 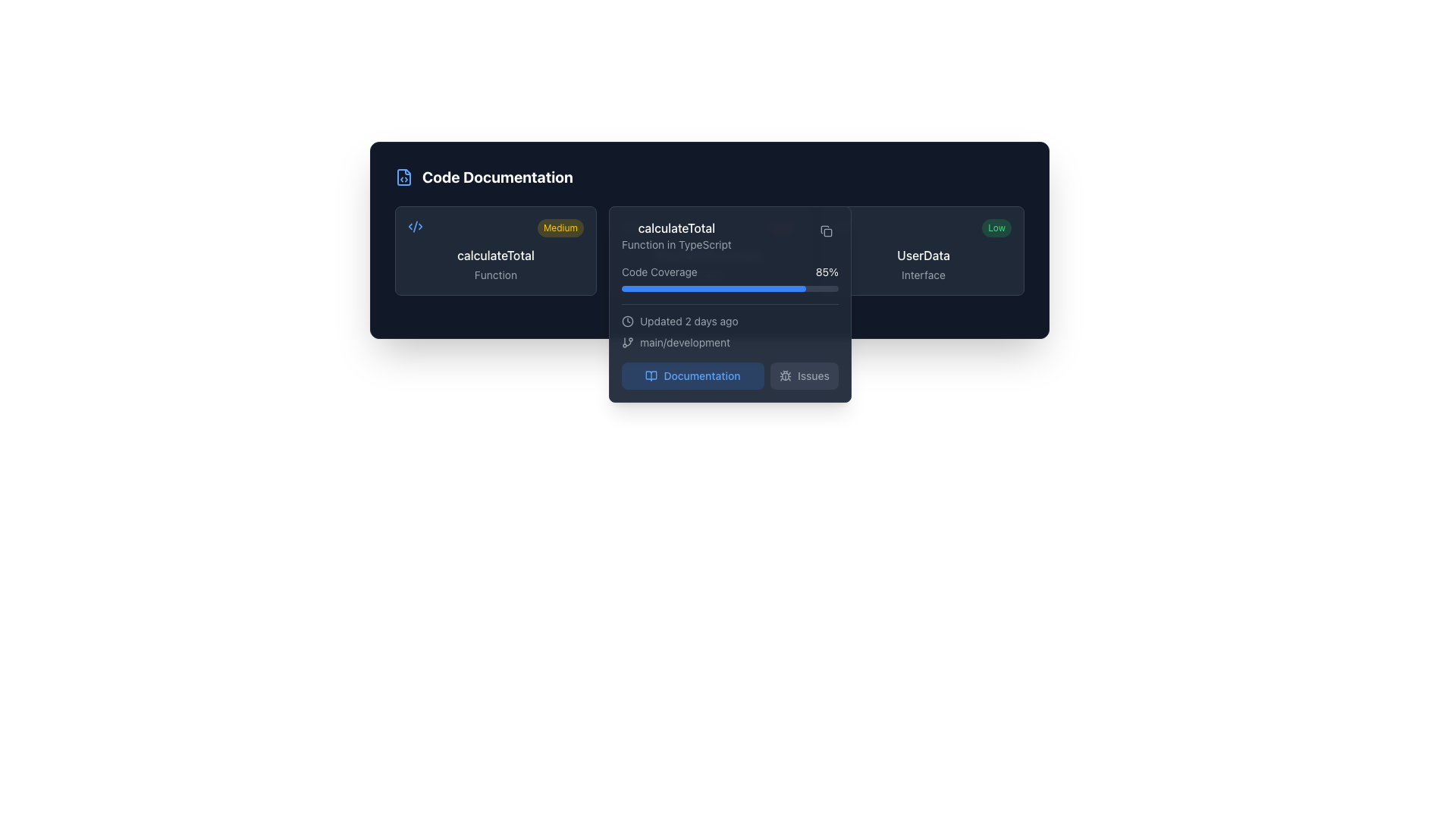 I want to click on the text block displaying 'Updated 2 days ago' with a clock icon and 'main/development' with a branching icon, located within a card-like structure, so click(x=730, y=326).